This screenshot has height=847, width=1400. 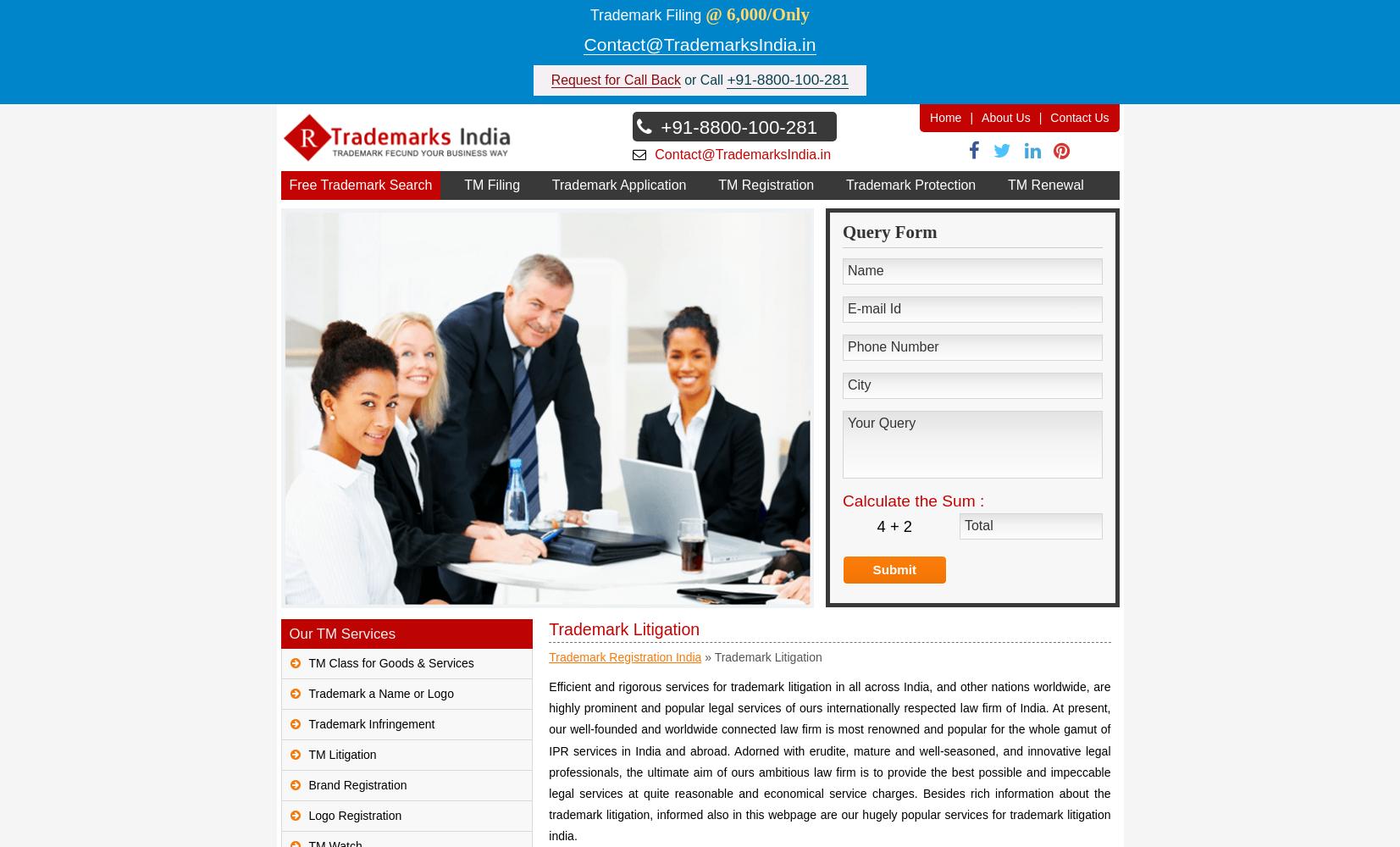 I want to click on 'TM Litigation', so click(x=307, y=754).